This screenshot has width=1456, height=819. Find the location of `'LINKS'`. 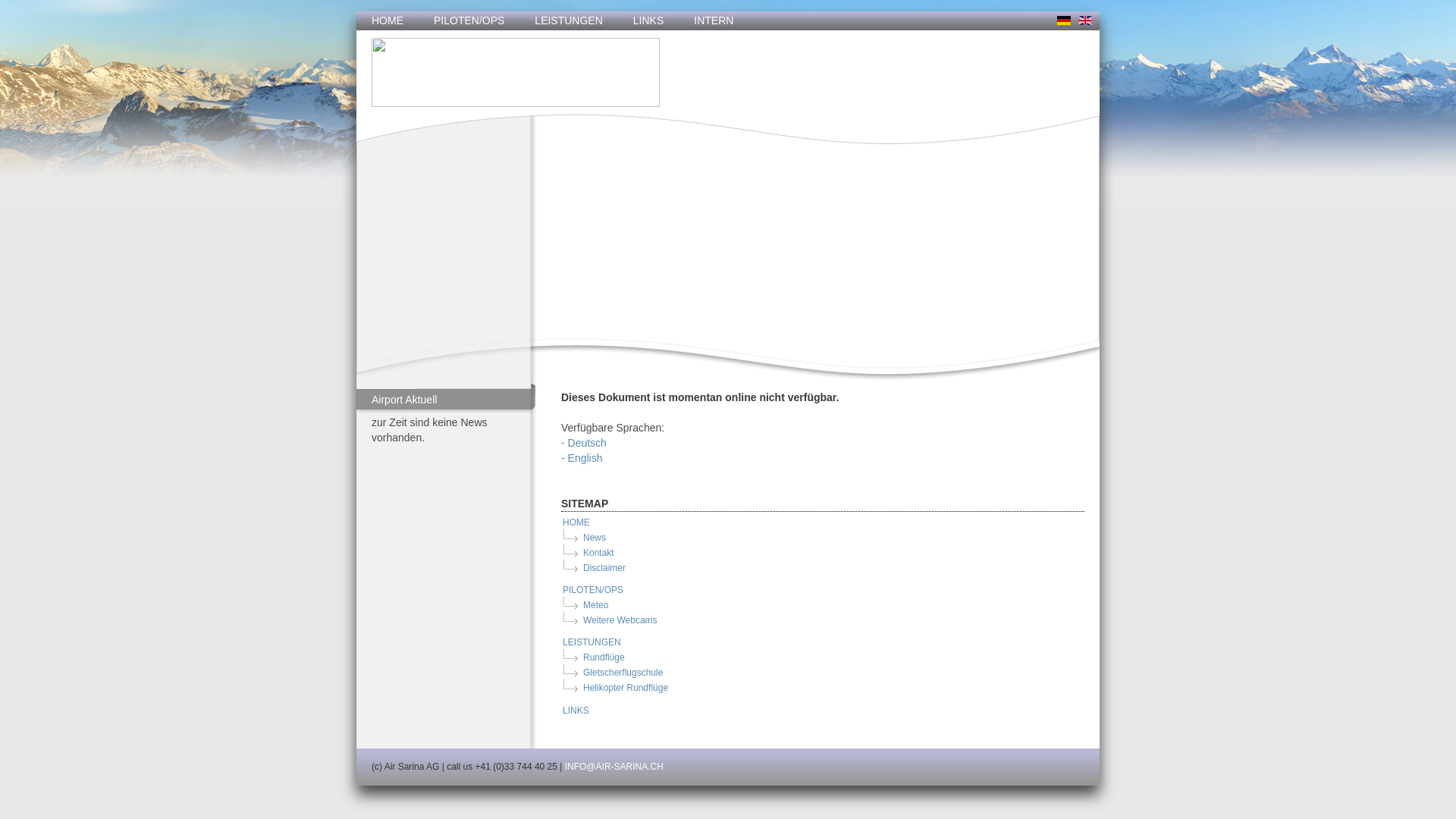

'LINKS' is located at coordinates (574, 711).